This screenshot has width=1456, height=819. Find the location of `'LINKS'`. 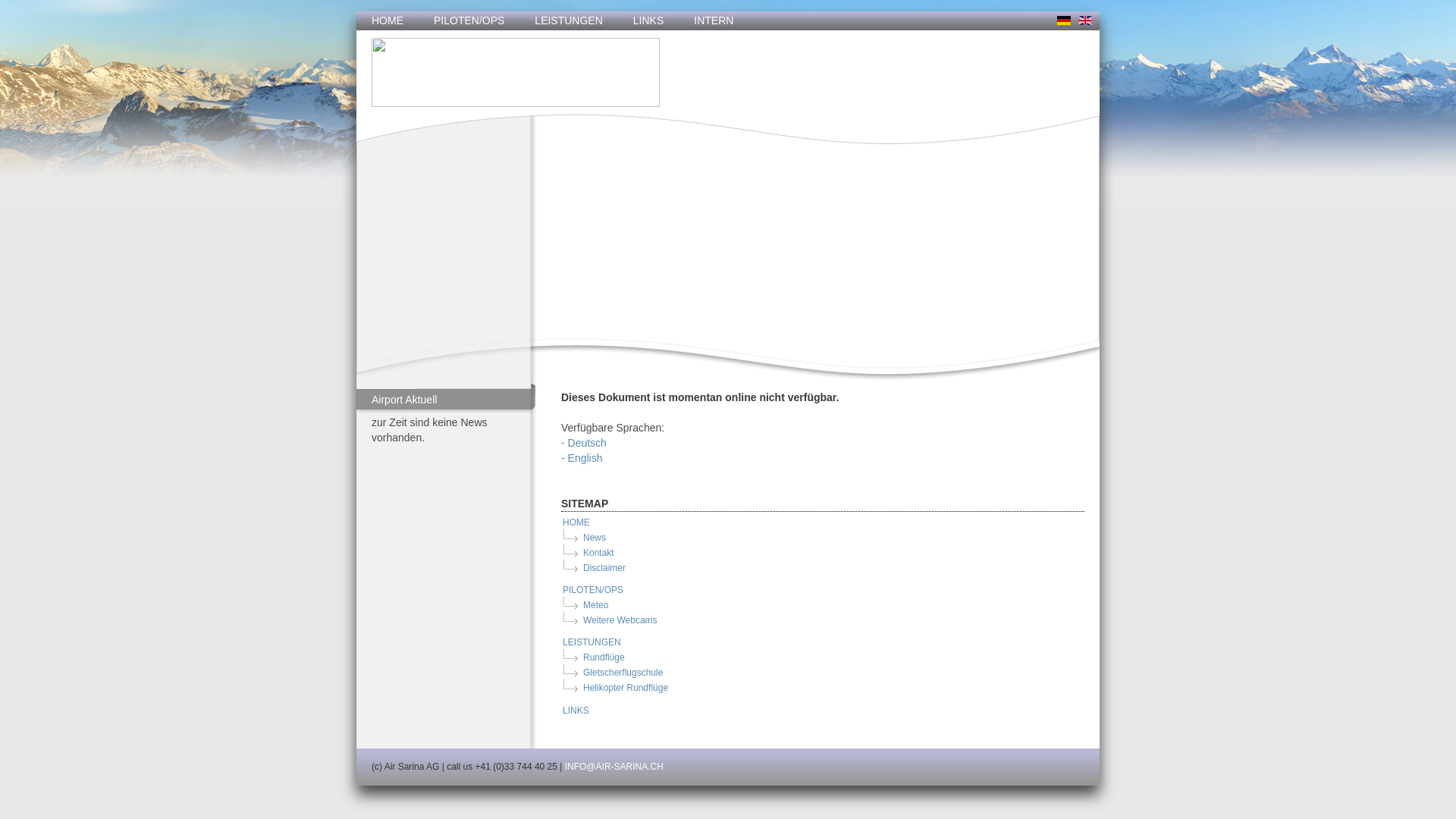

'LINKS' is located at coordinates (574, 711).